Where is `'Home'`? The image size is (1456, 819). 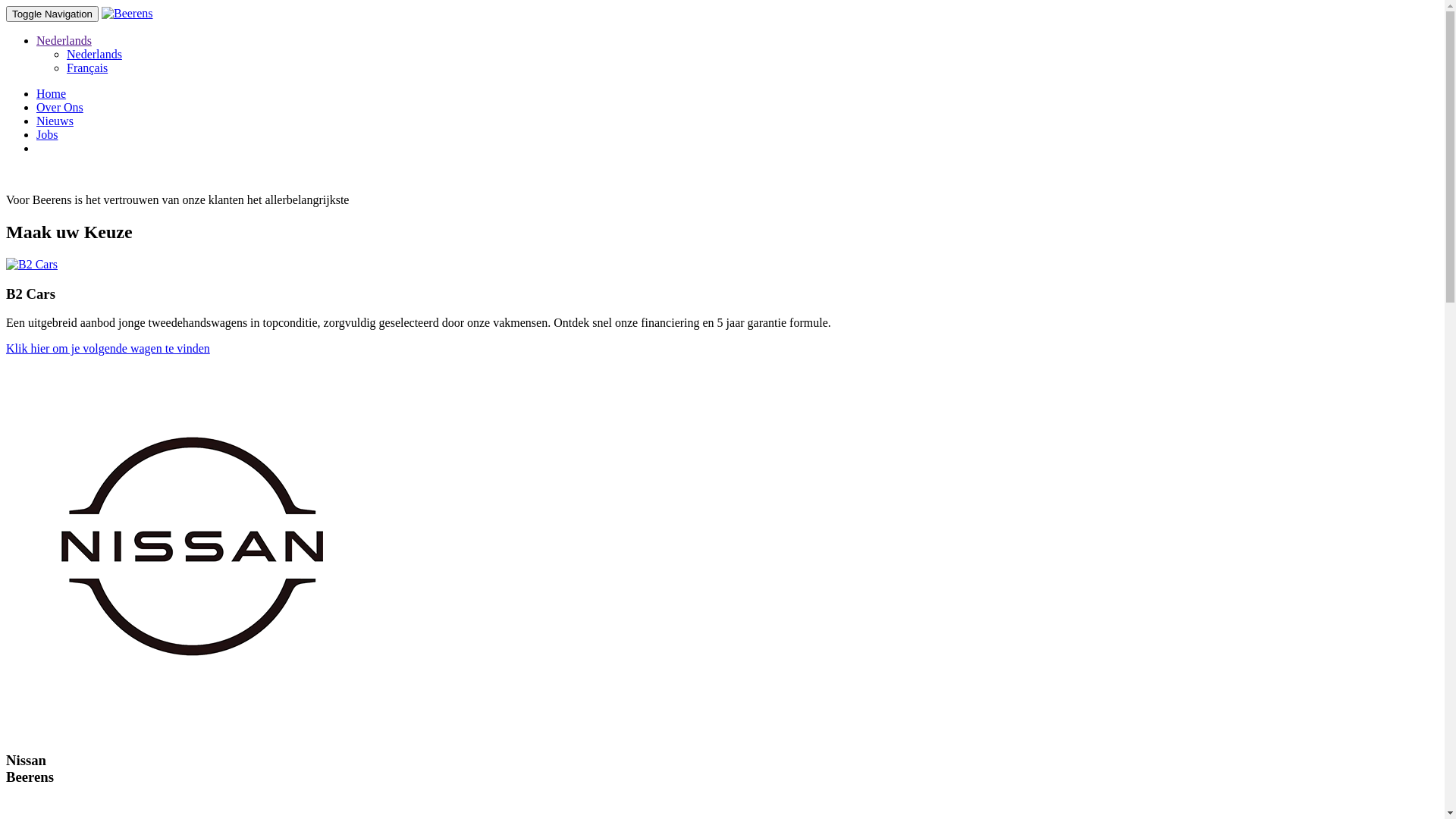 'Home' is located at coordinates (36, 93).